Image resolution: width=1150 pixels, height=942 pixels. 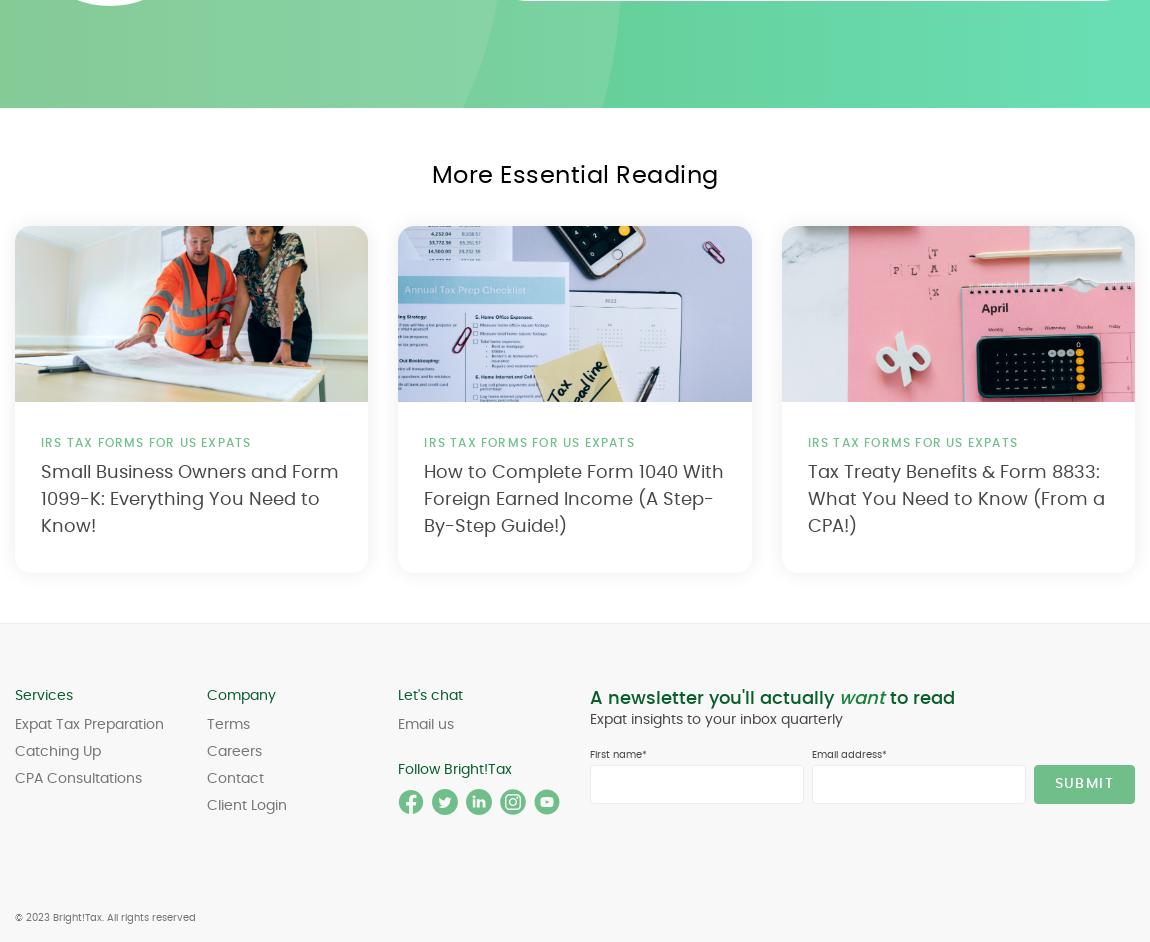 I want to click on 'Email address', so click(x=845, y=755).